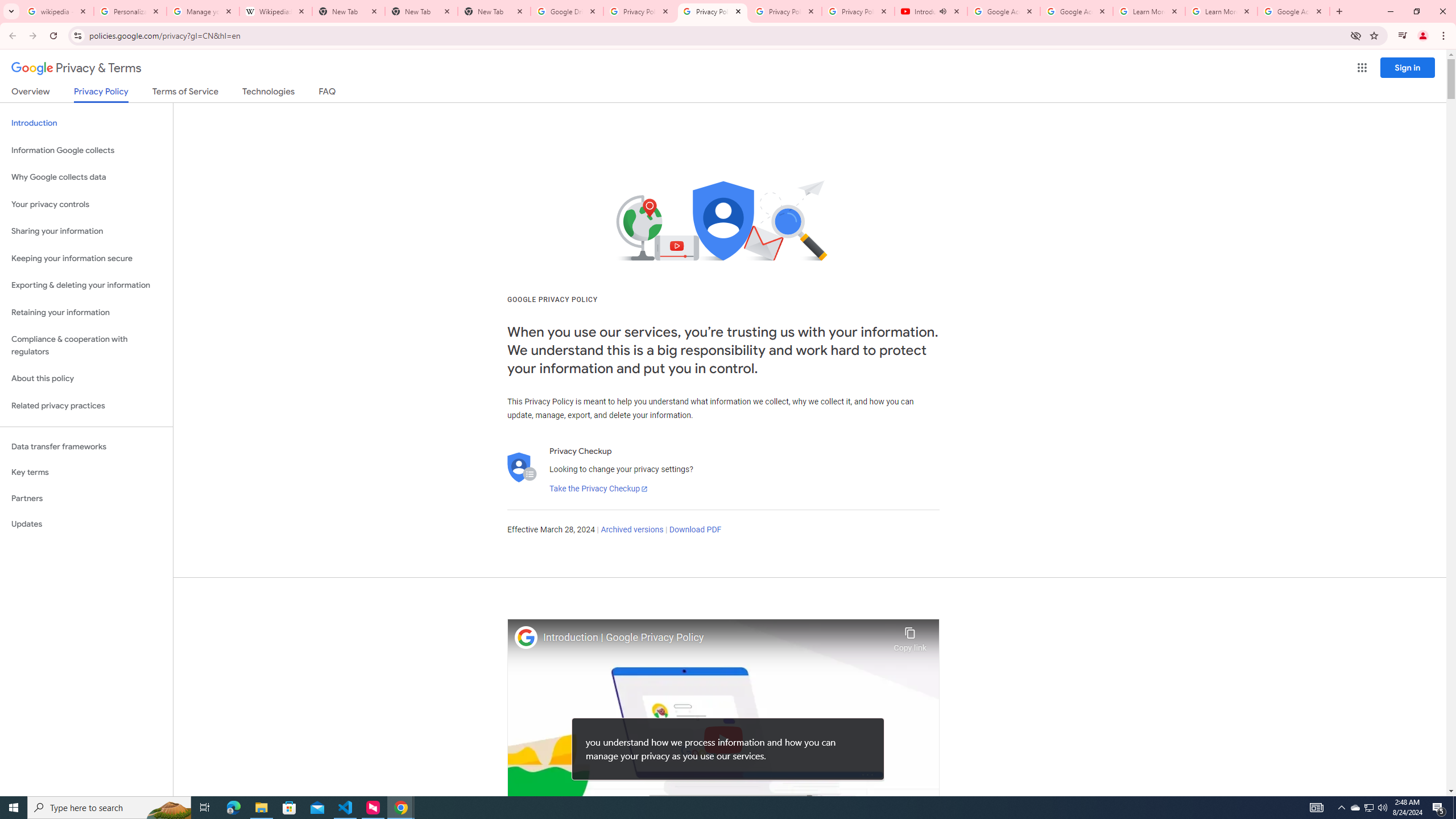 The height and width of the screenshot is (819, 1456). Describe the element at coordinates (86, 346) in the screenshot. I see `'Compliance & cooperation with regulators'` at that location.